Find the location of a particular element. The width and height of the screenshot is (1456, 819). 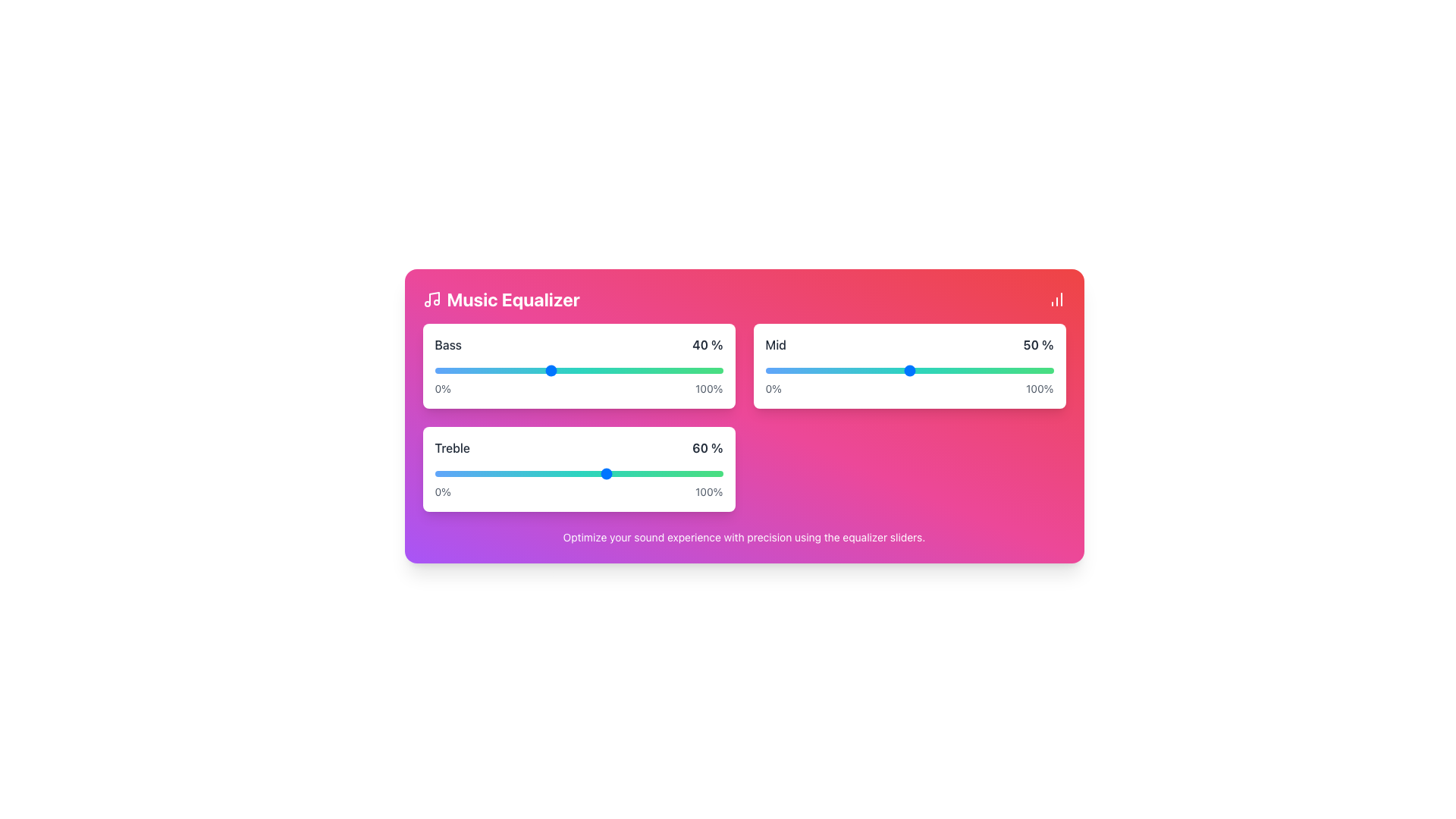

the informative text labels '0%' and '100%' located below the 'Treble' slider is located at coordinates (578, 491).